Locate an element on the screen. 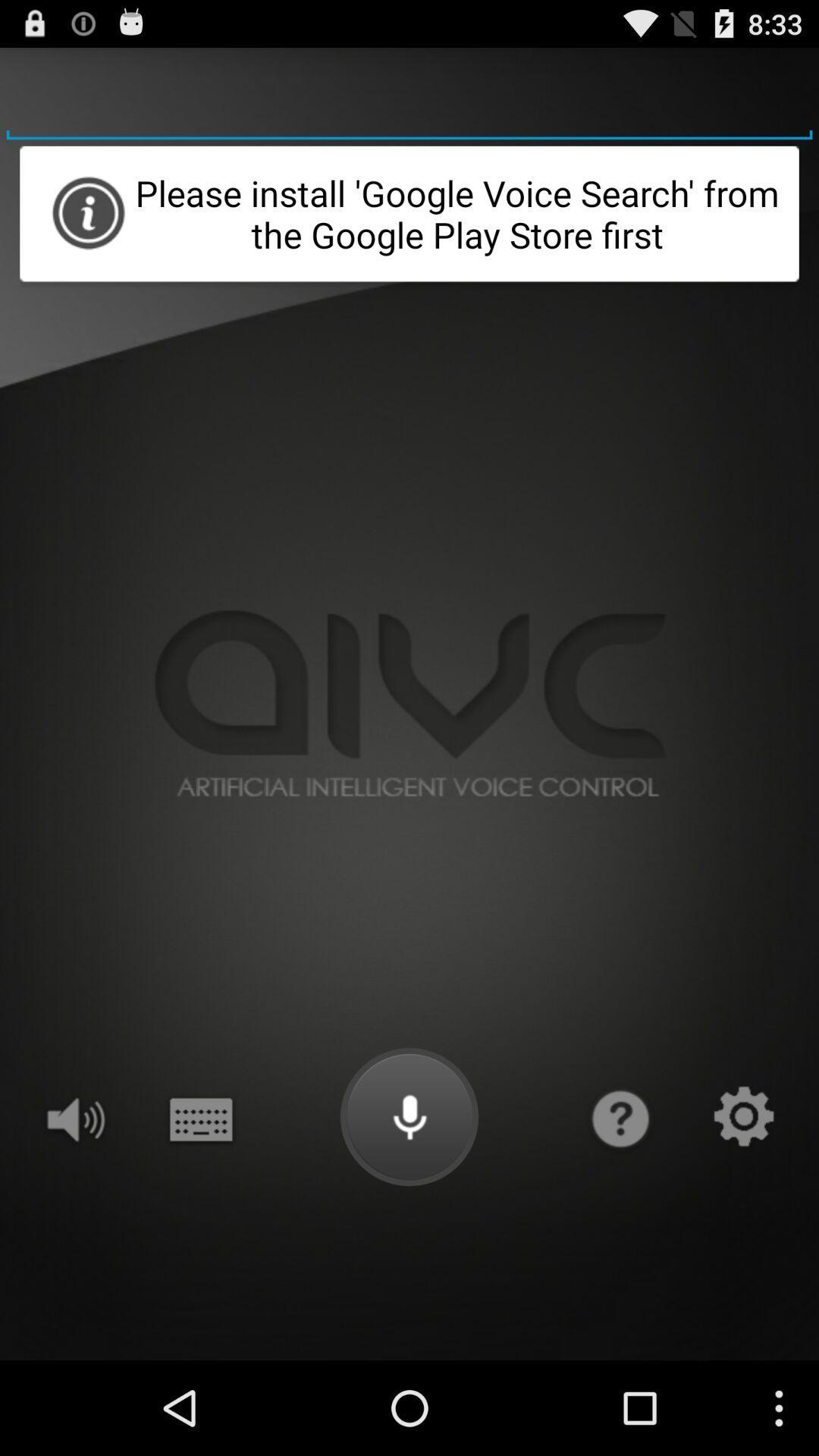  the help icon is located at coordinates (619, 1194).